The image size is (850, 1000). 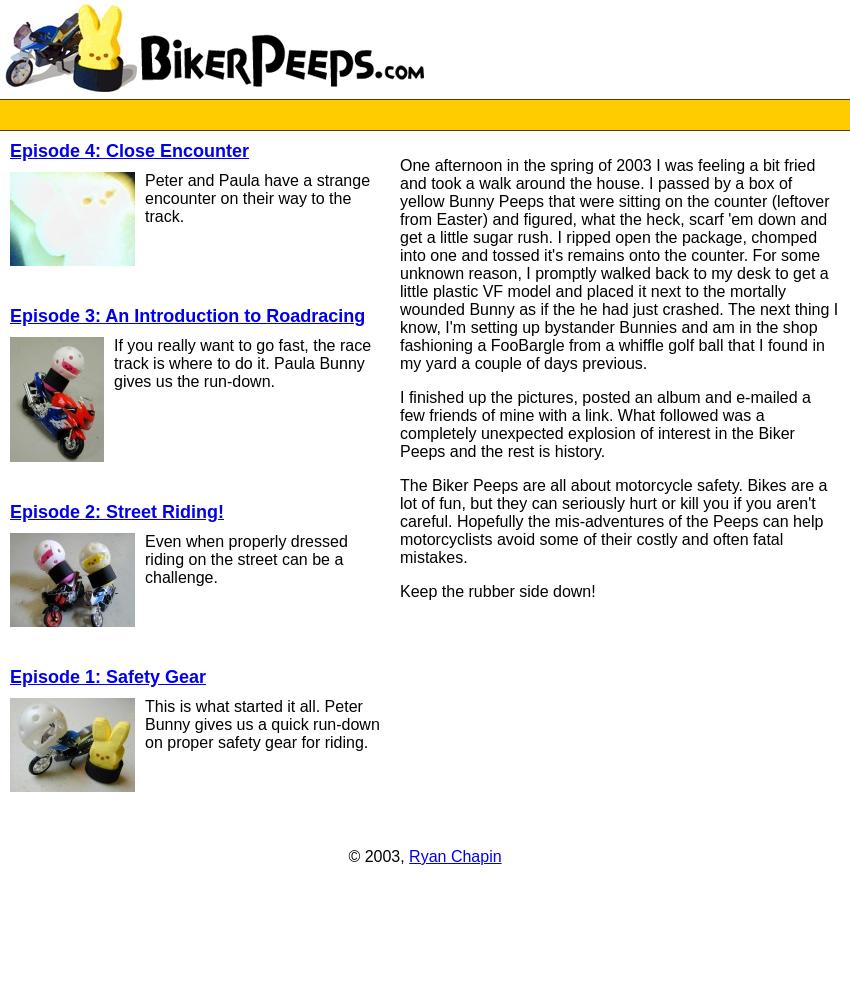 I want to click on 'If you really want to go fast, the race track is where to do it.  Paula Bunny gives us the run-down.', so click(x=112, y=362).